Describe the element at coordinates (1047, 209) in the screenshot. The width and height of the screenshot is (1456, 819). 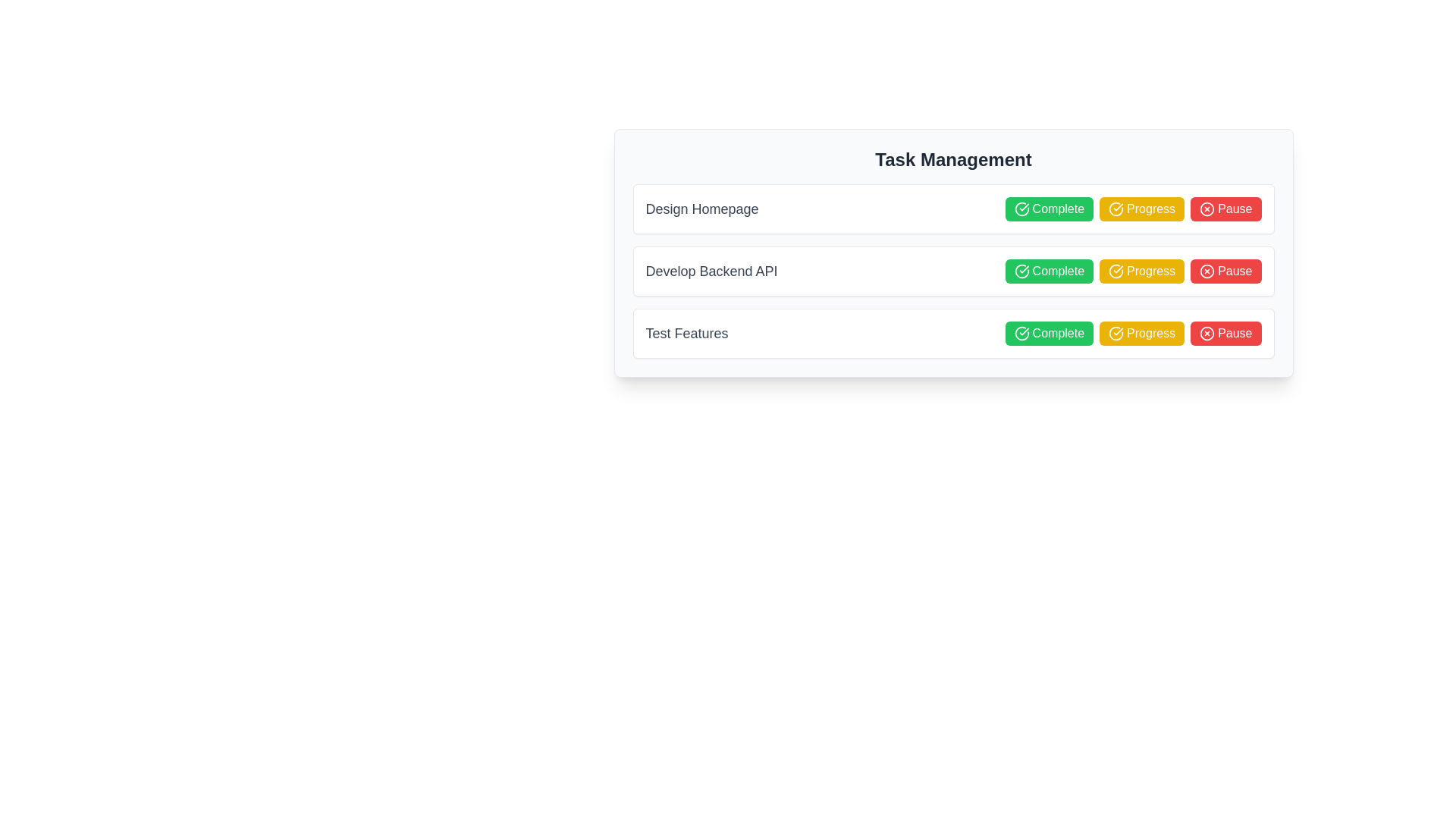
I see `the green rectangular 'Complete' button with a checkmark icon to mark the task as complete` at that location.